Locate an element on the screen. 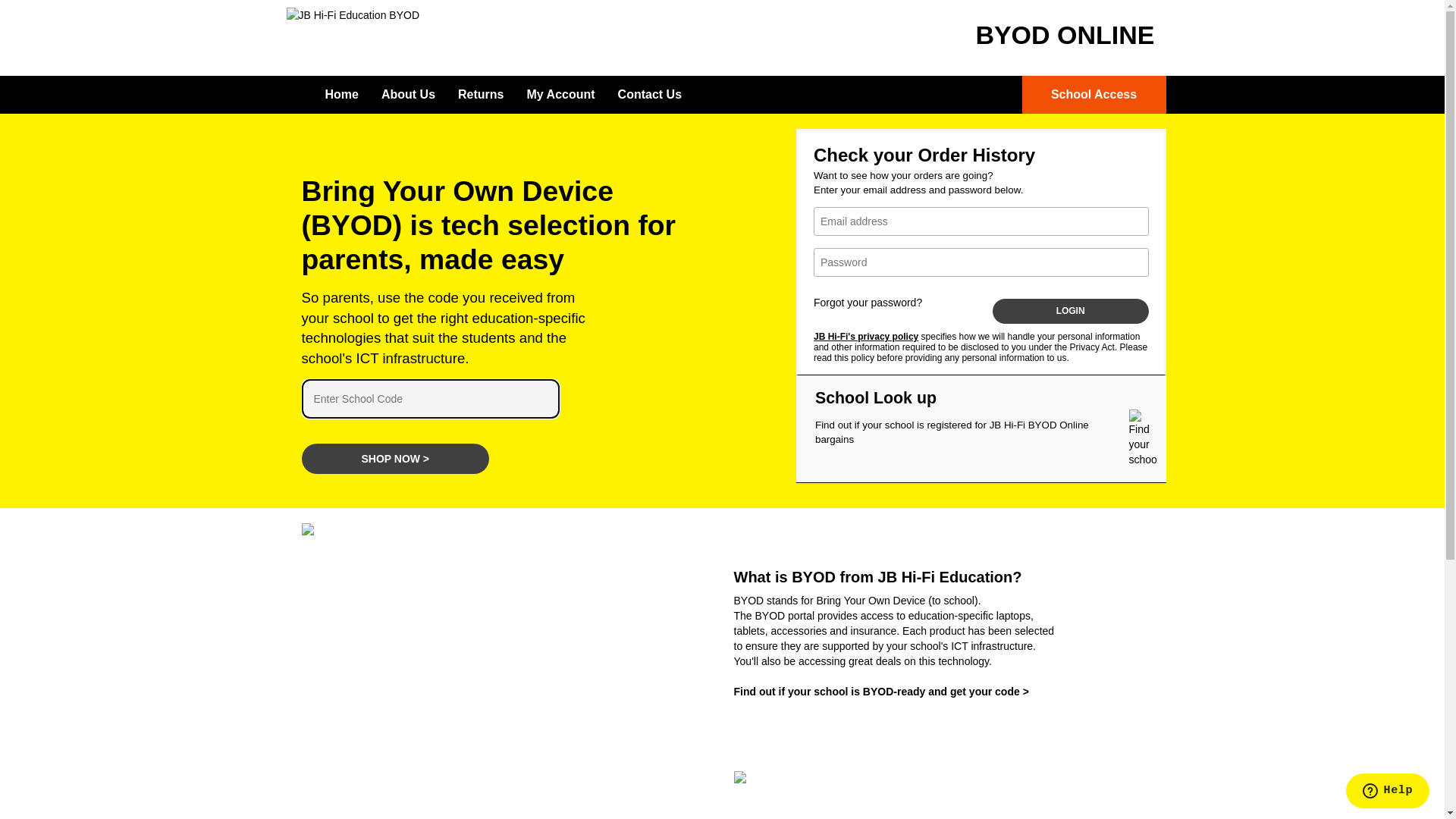 The width and height of the screenshot is (1456, 819). 'JB Hi-Fi's privacy policy' is located at coordinates (813, 335).